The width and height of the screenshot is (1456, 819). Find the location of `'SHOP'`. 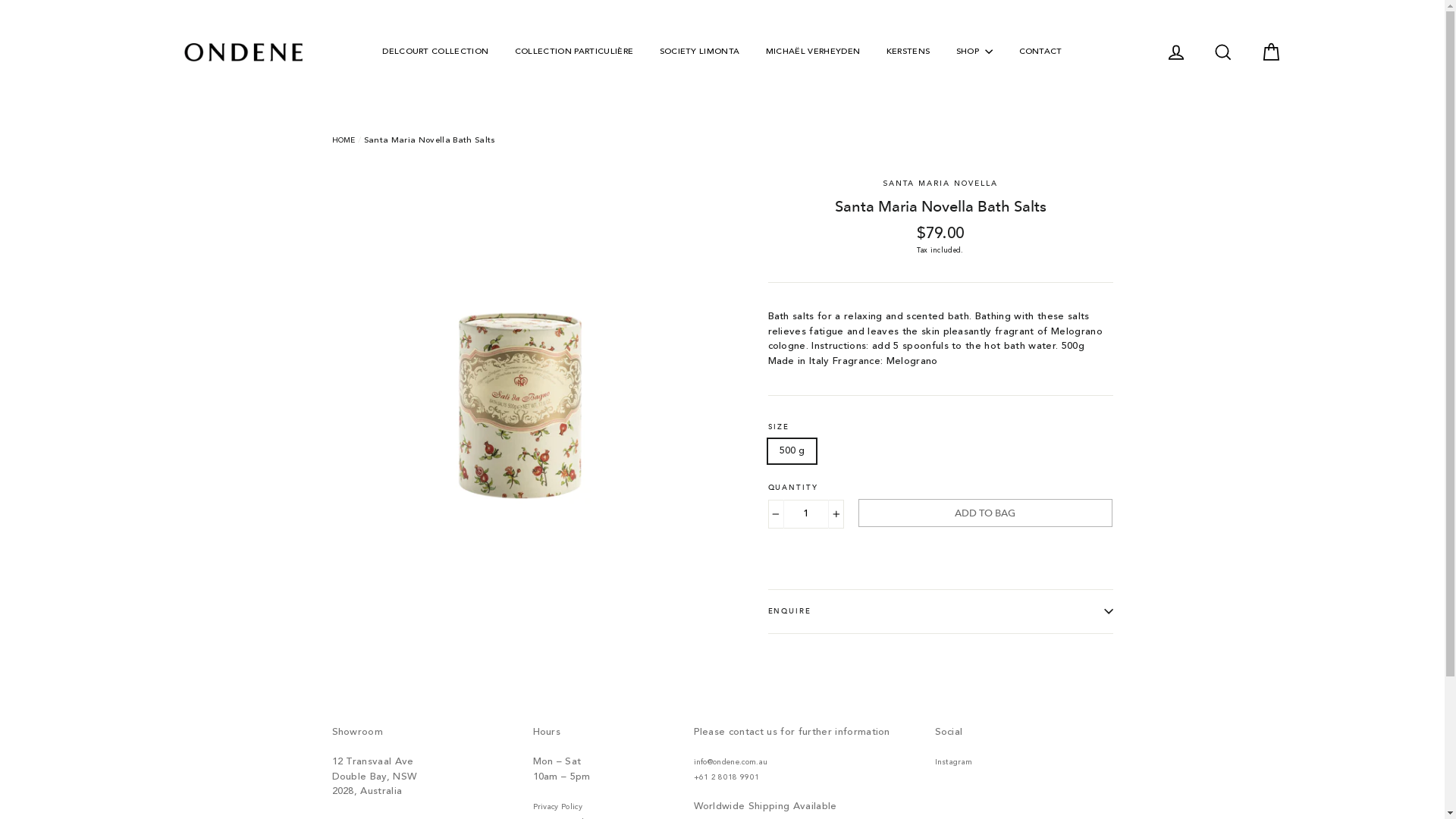

'SHOP' is located at coordinates (974, 52).